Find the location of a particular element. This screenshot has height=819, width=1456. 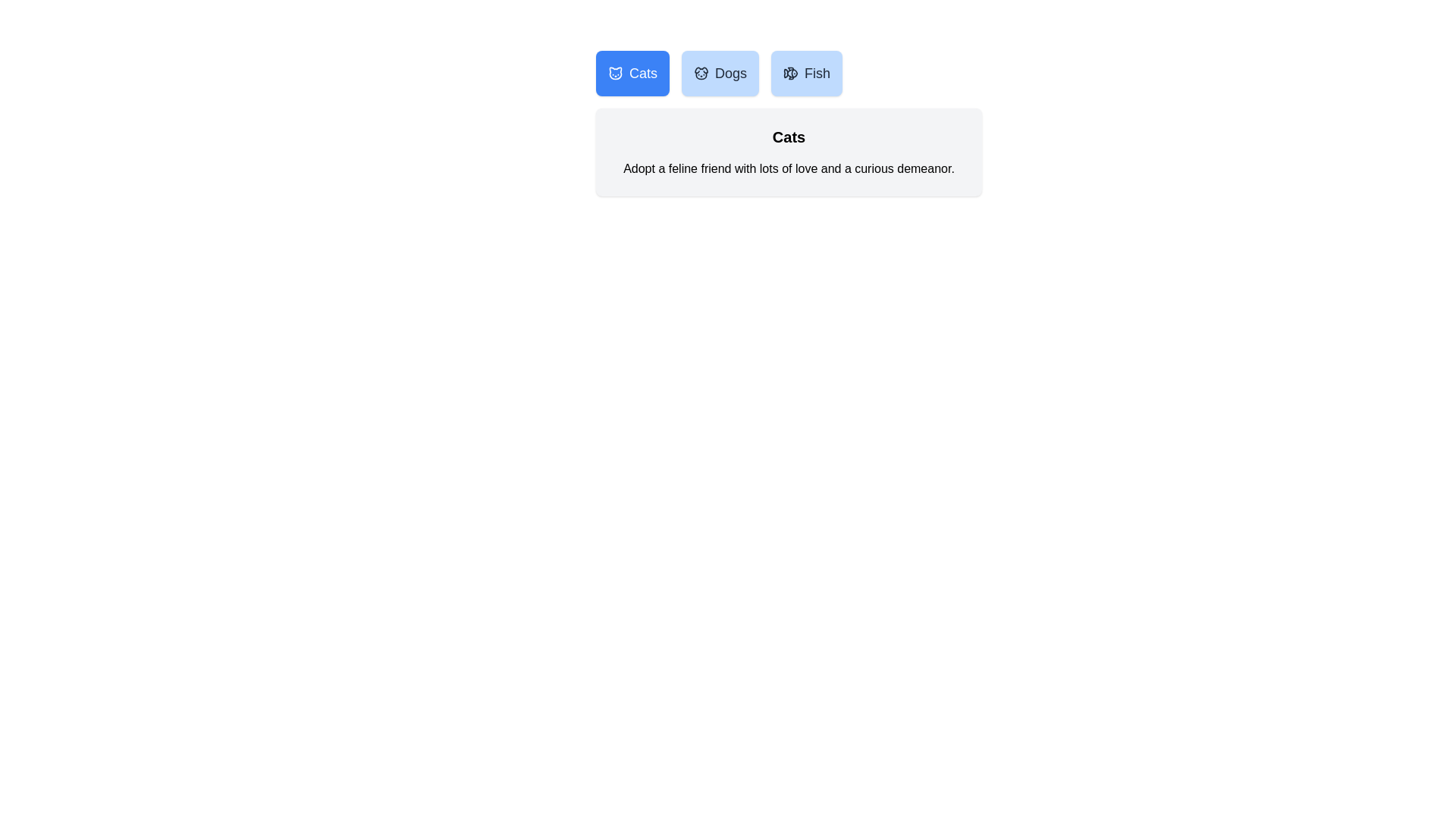

the tab corresponding to Dogs to inspect its icon is located at coordinates (720, 73).